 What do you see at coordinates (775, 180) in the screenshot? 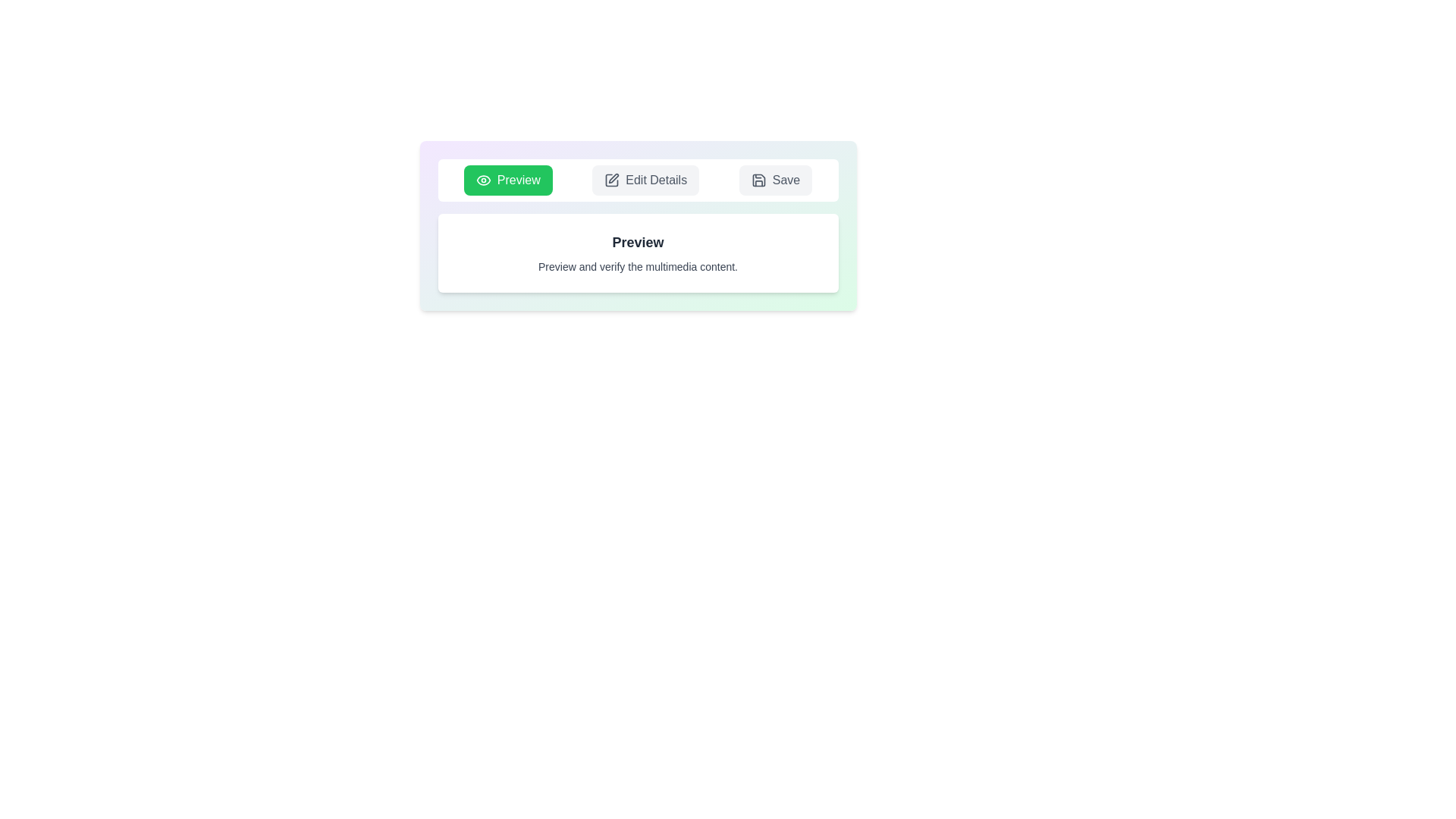
I see `the tab corresponding to Save` at bounding box center [775, 180].